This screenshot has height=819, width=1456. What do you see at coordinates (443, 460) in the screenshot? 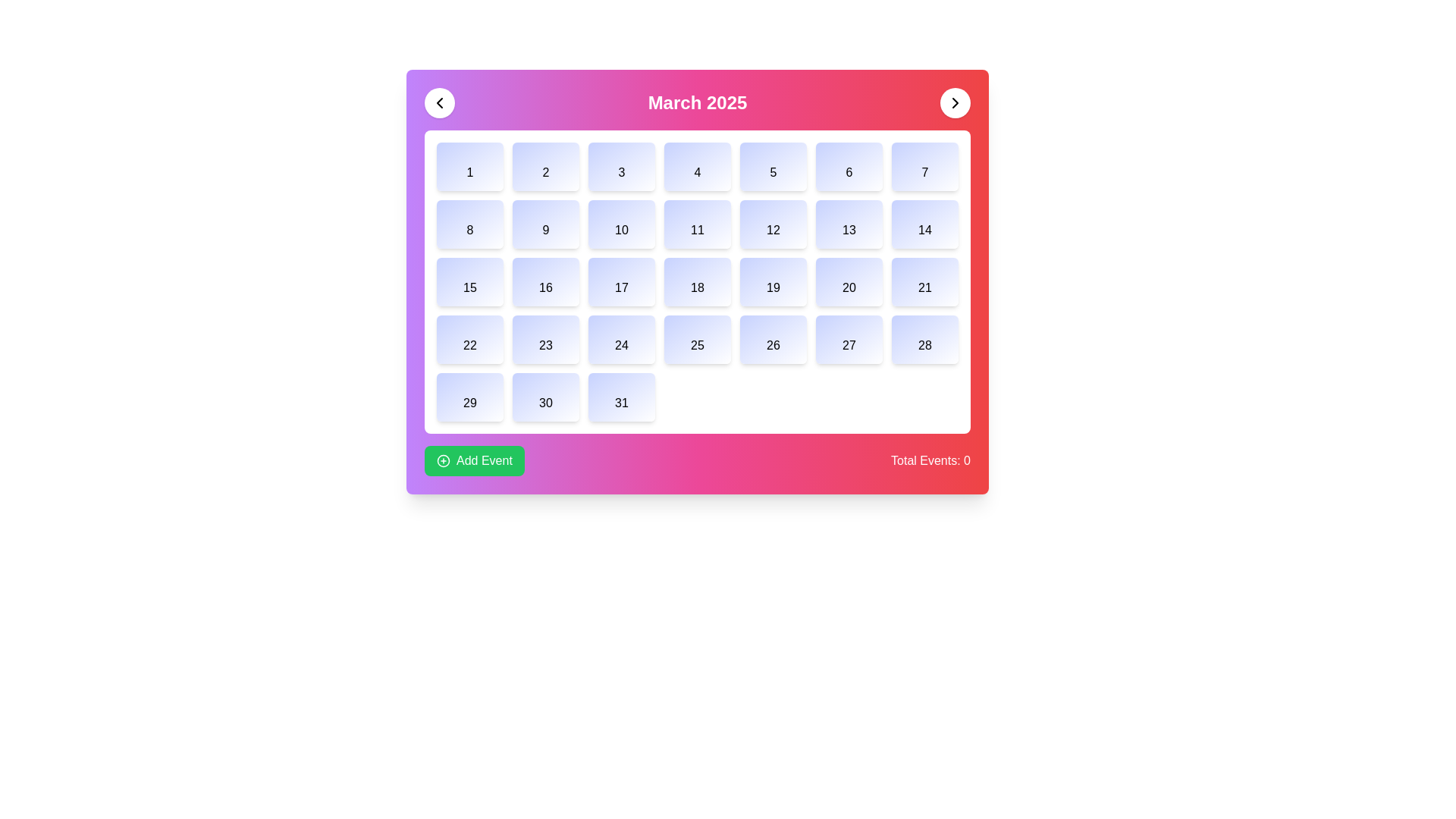
I see `the circular element styled as part of the 'Add Event' button located in the bottom-left of the calendar interface` at bounding box center [443, 460].